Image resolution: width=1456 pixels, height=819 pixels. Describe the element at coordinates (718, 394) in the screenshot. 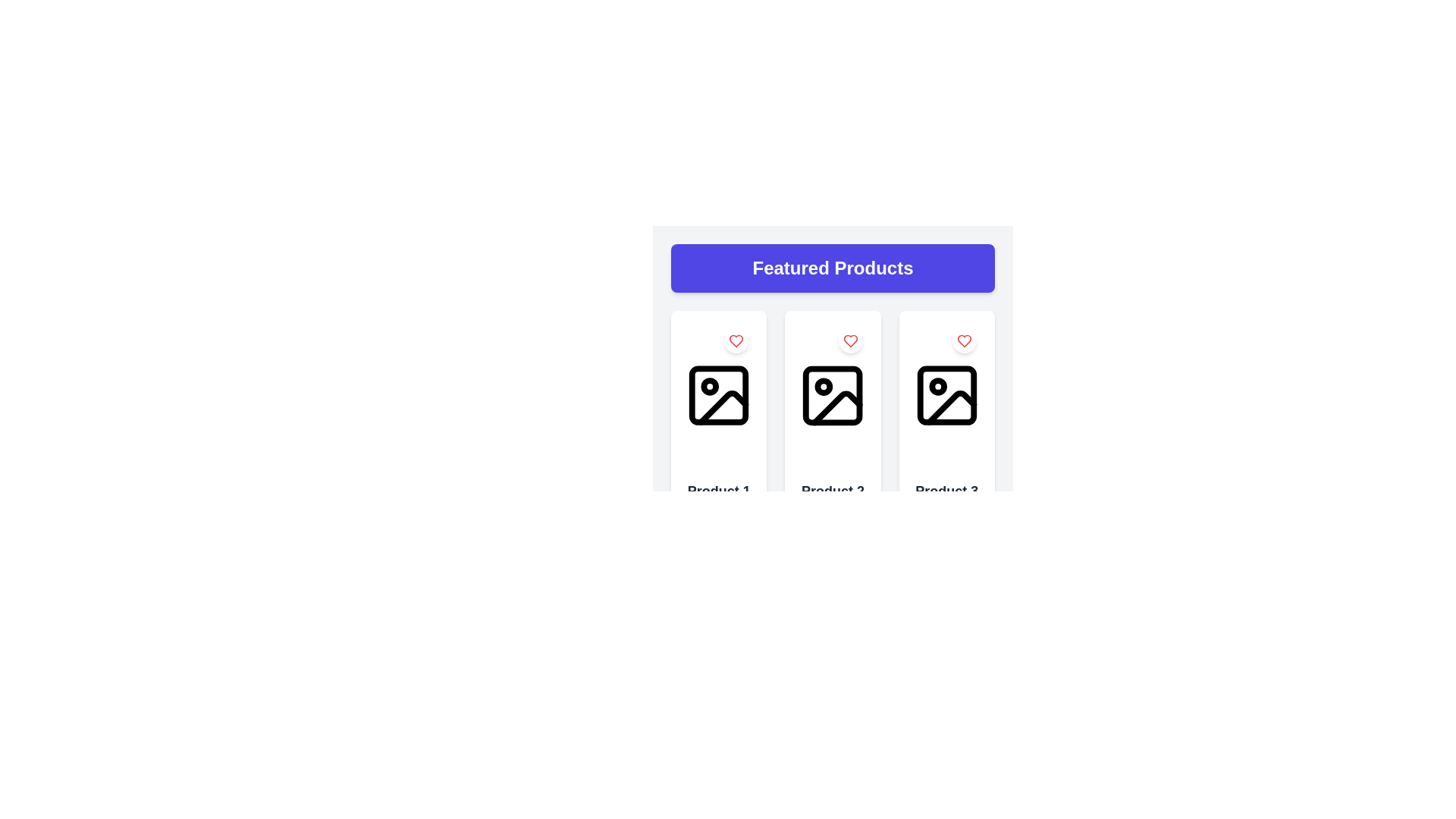

I see `the small rectangular shape with rounded corners that is part of the image icon in the first product card under the 'Featured Products' header` at that location.